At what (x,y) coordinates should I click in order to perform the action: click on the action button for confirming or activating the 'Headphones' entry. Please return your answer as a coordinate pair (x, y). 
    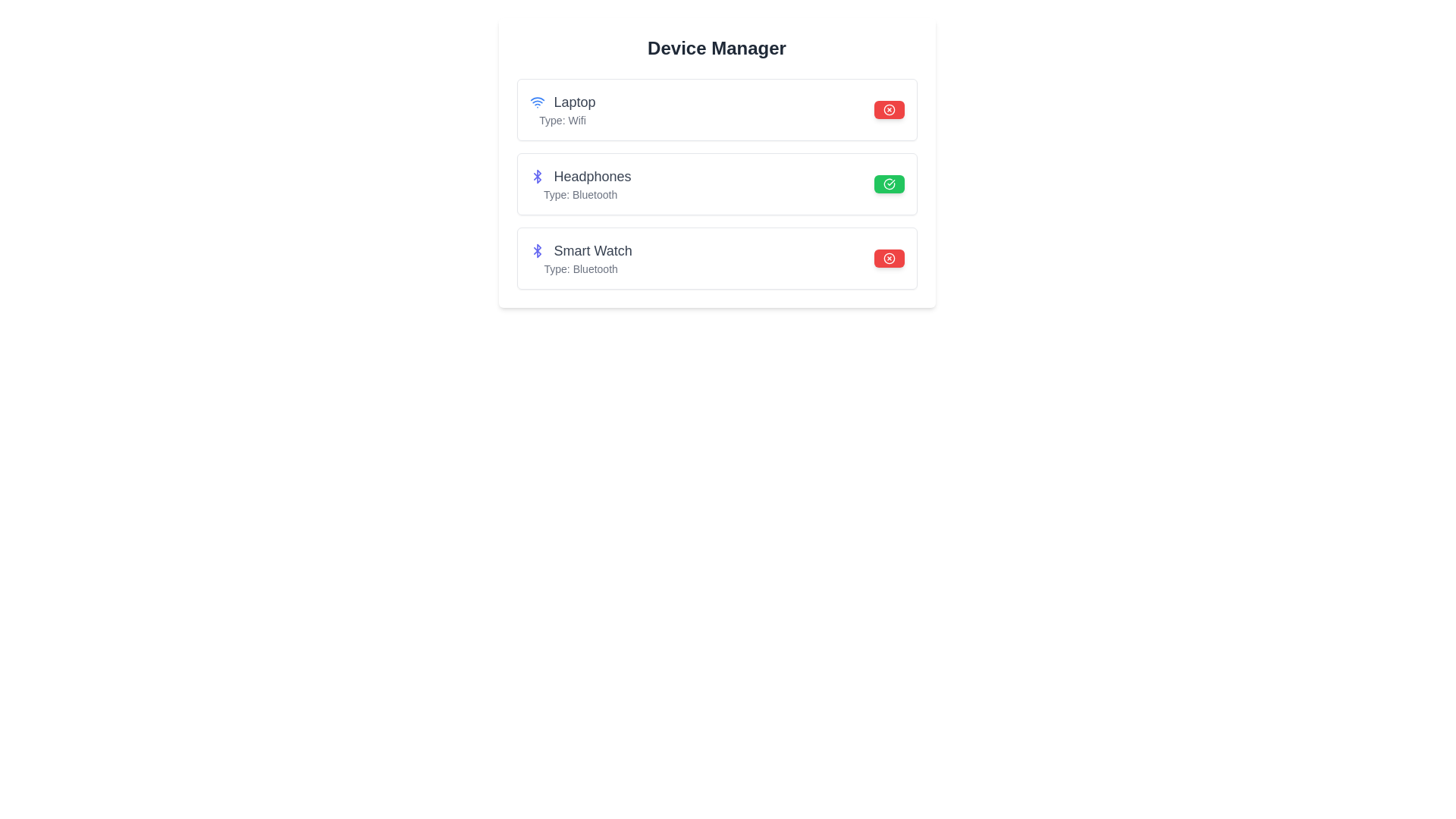
    Looking at the image, I should click on (889, 184).